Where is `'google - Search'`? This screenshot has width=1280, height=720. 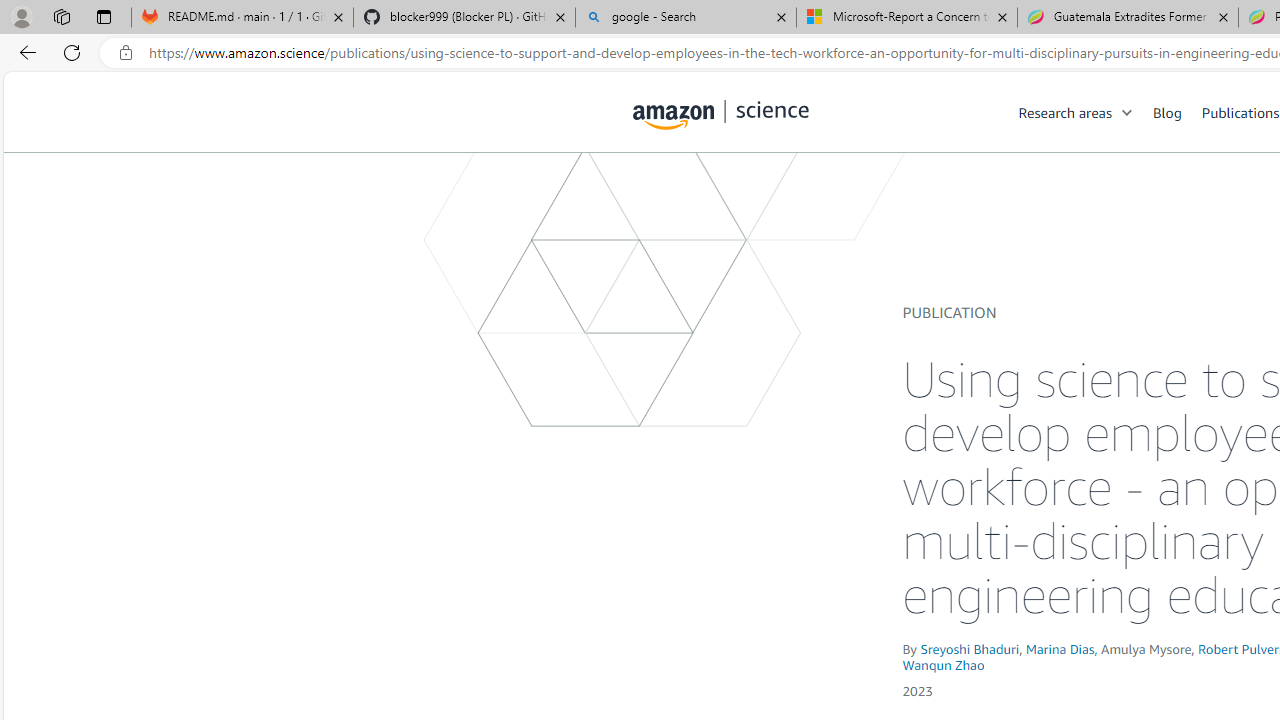 'google - Search' is located at coordinates (686, 17).